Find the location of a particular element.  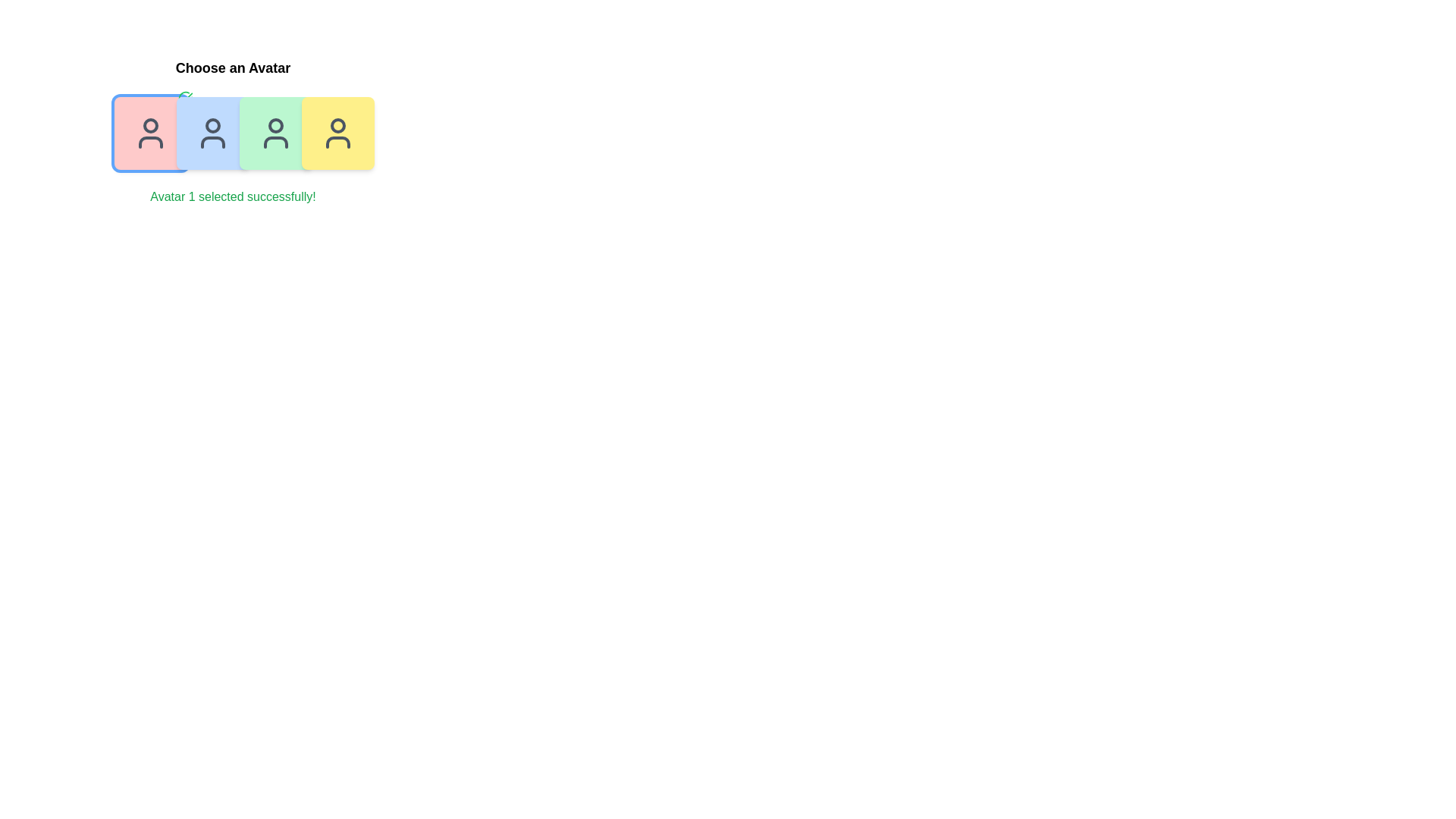

the semi-circular arc shape that represents the lower part of the user avatar icon, which is outlined in gray and positioned in the leftmost position of the horizontal row of avatars is located at coordinates (150, 143).